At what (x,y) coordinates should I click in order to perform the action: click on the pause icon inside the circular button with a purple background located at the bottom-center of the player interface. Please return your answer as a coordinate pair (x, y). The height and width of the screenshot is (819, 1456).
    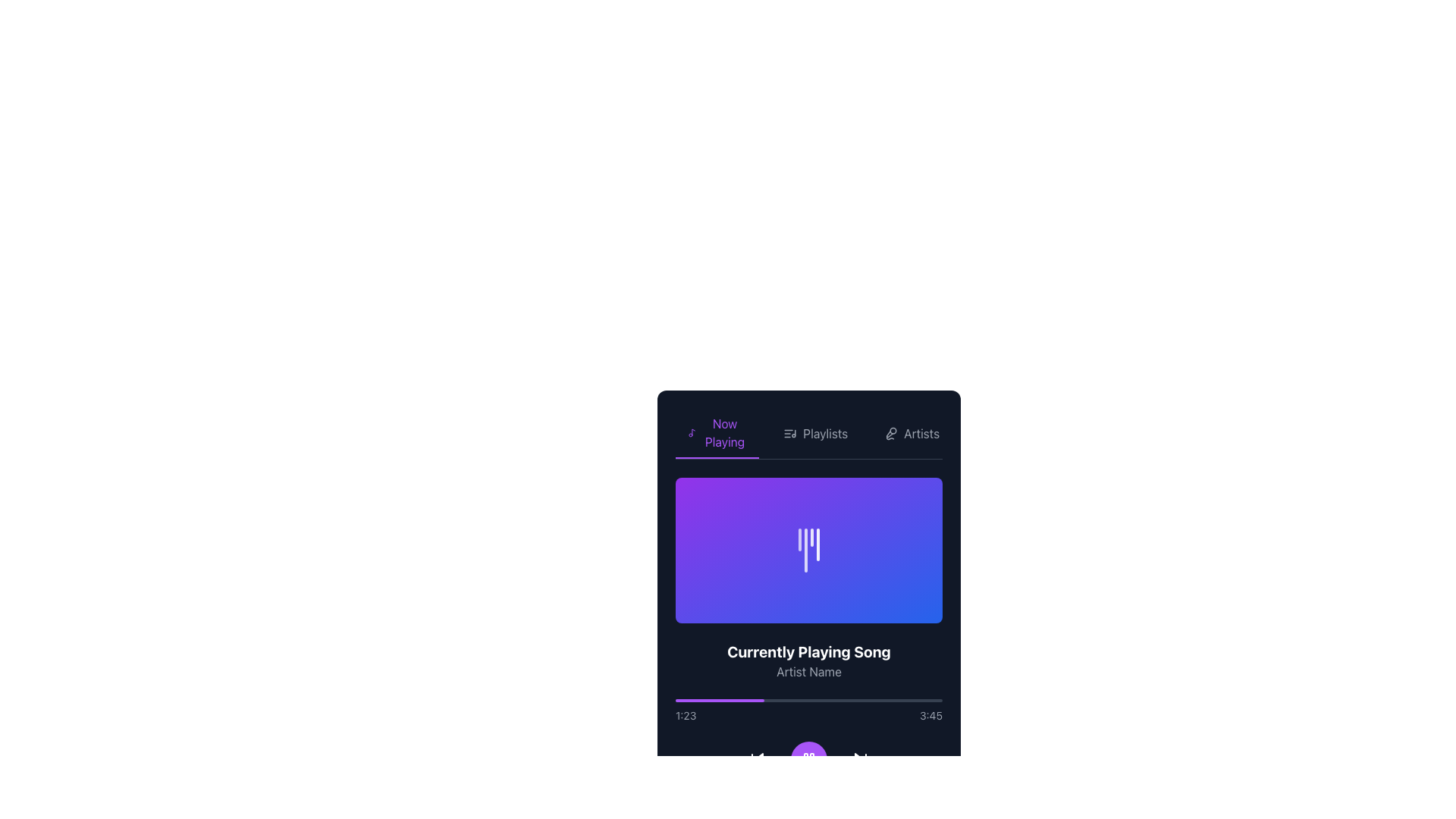
    Looking at the image, I should click on (808, 760).